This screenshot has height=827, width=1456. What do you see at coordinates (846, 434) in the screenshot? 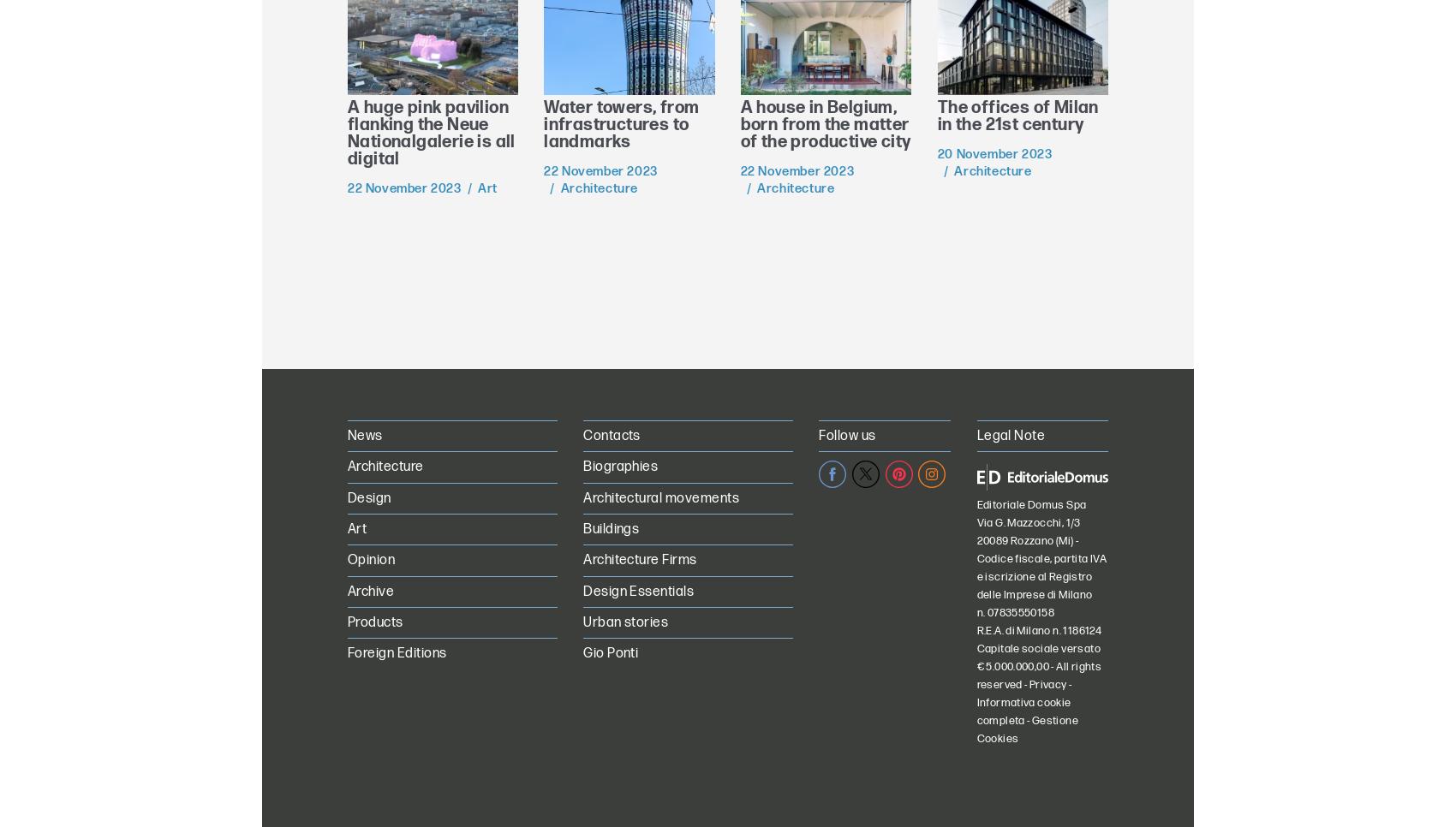
I see `'Follow us'` at bounding box center [846, 434].